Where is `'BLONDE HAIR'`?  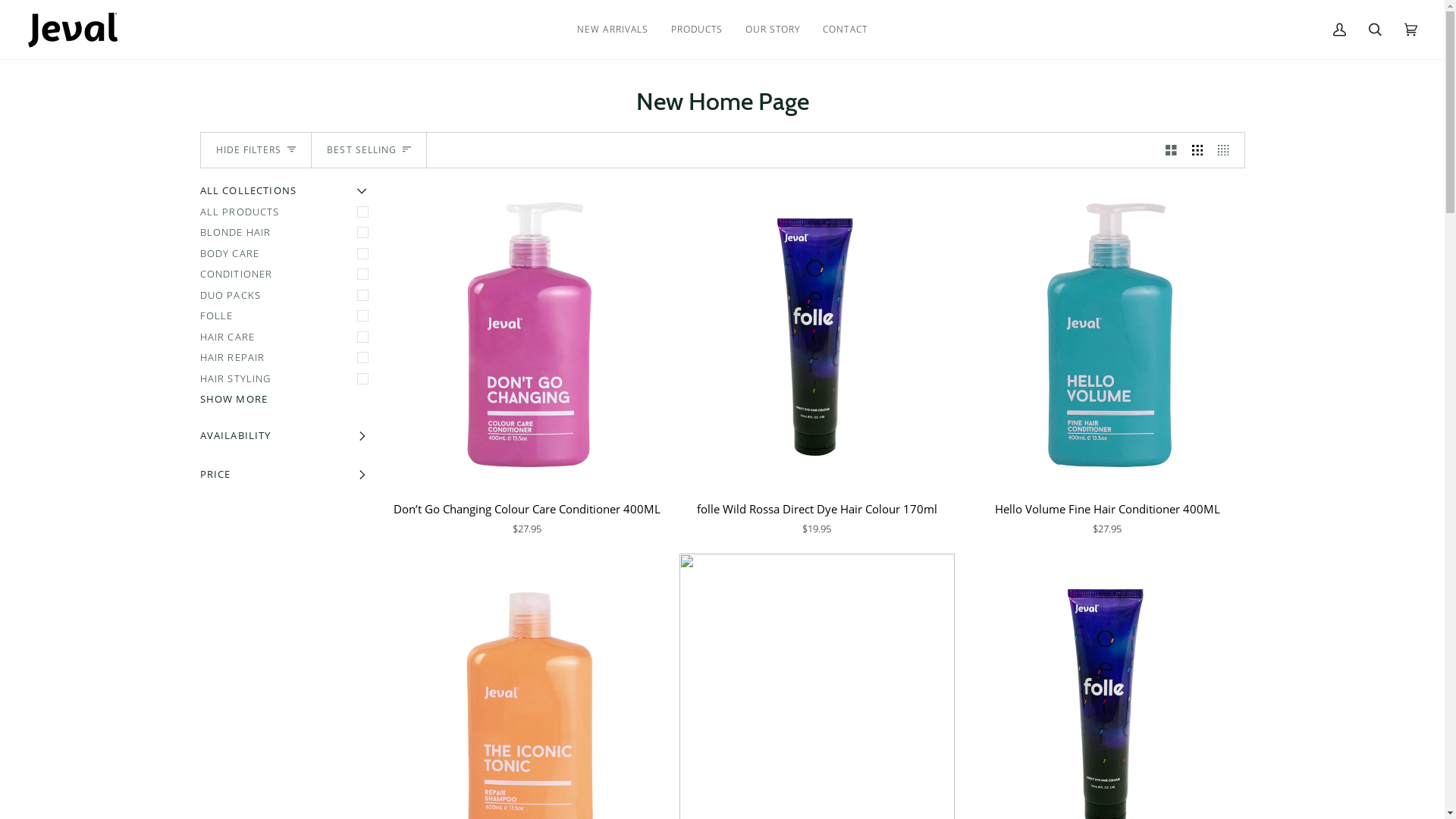
'BLONDE HAIR' is located at coordinates (199, 233).